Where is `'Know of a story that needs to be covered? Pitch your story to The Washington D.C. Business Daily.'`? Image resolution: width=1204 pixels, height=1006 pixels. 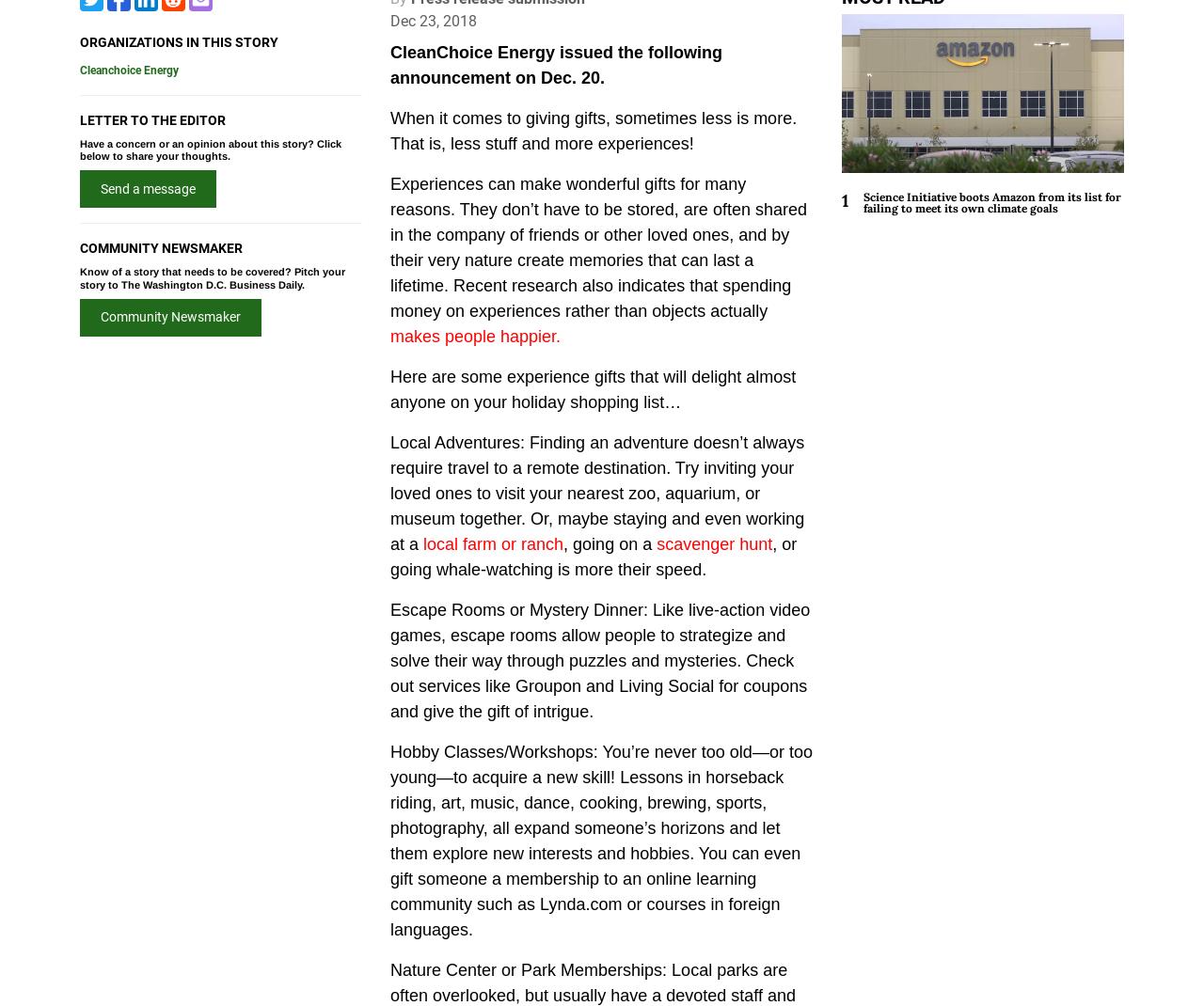 'Know of a story that needs to be covered? Pitch your story to The Washington D.C. Business Daily.' is located at coordinates (213, 277).